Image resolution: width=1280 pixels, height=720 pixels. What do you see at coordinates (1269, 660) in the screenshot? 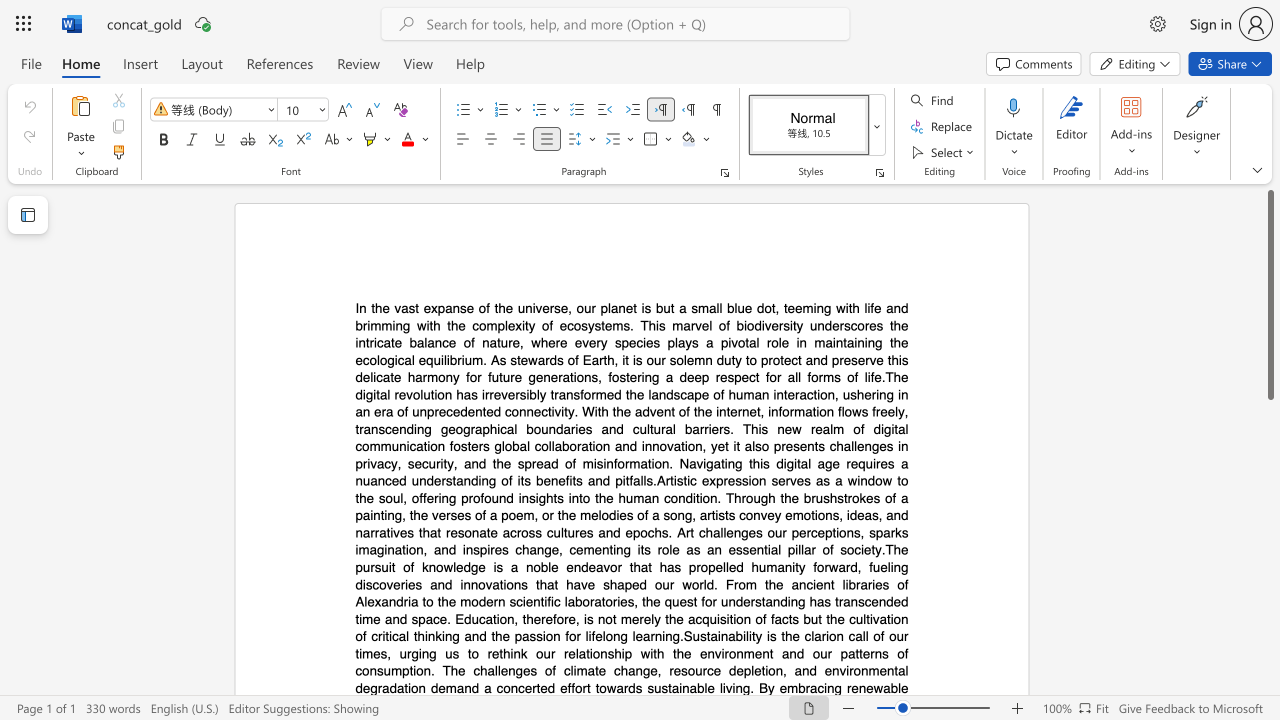
I see `the right-hand scrollbar to descend the page` at bounding box center [1269, 660].